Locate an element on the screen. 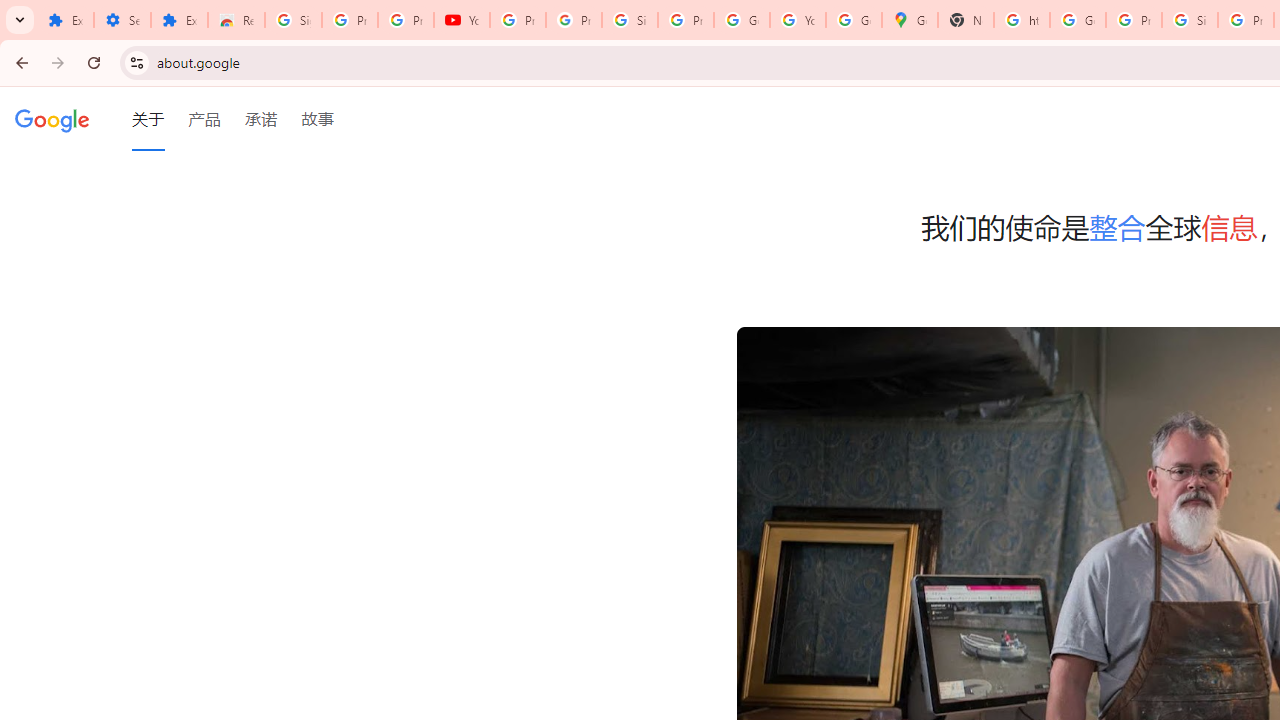  'Reload' is located at coordinates (93, 61).